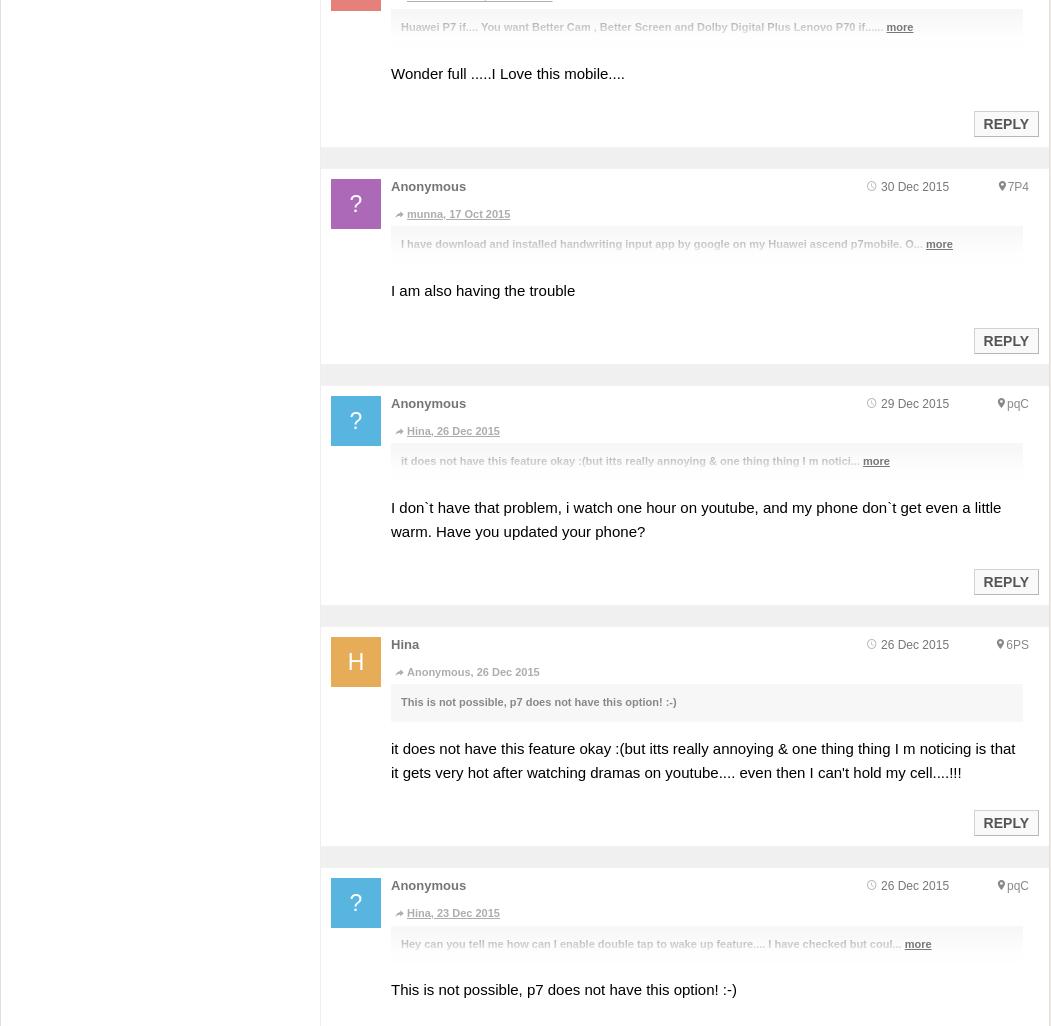 This screenshot has width=1051, height=1026. Describe the element at coordinates (457, 212) in the screenshot. I see `'munna, 17 Oct 2015'` at that location.